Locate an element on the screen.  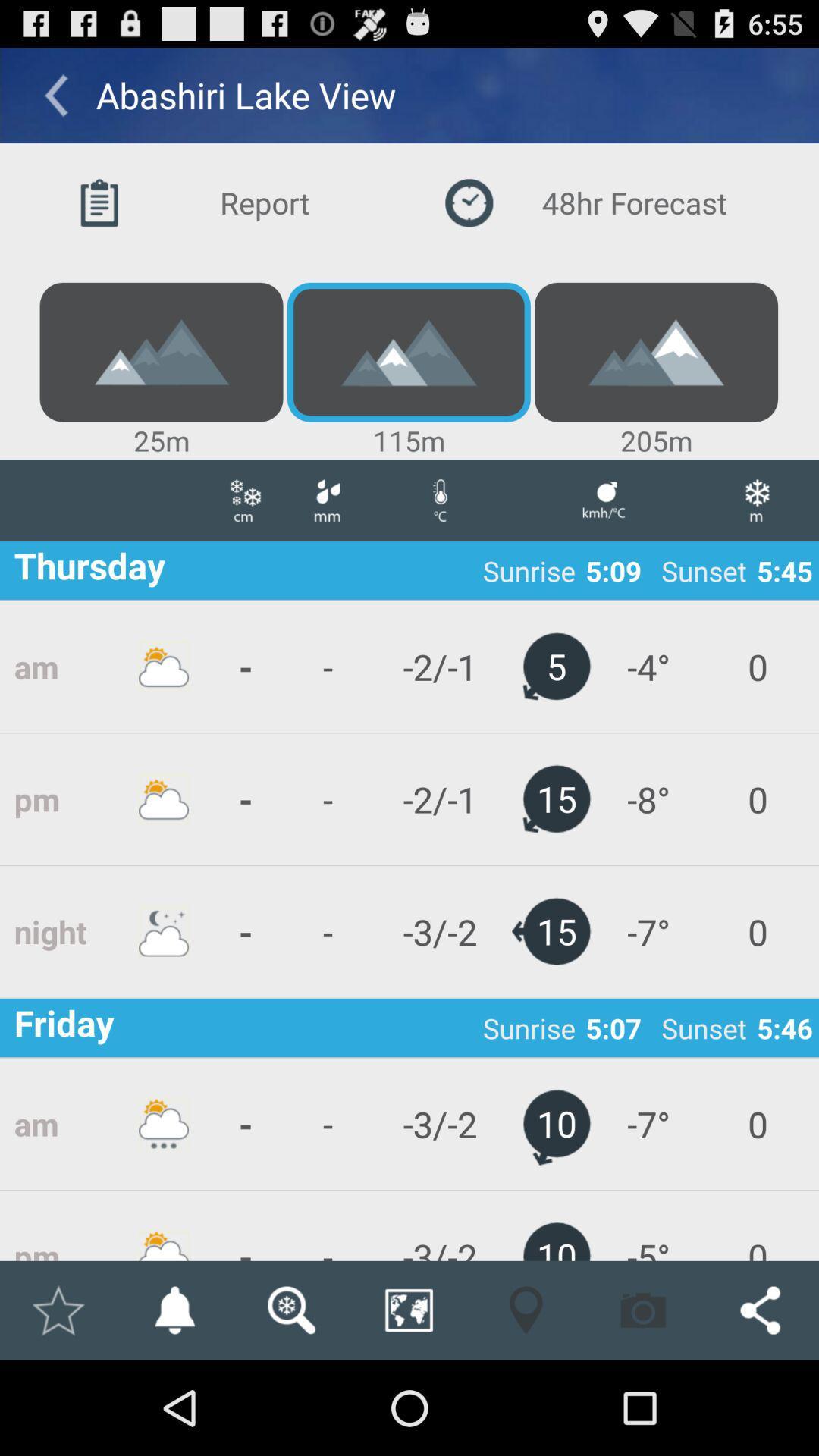
the item below the - icon is located at coordinates (408, 1310).